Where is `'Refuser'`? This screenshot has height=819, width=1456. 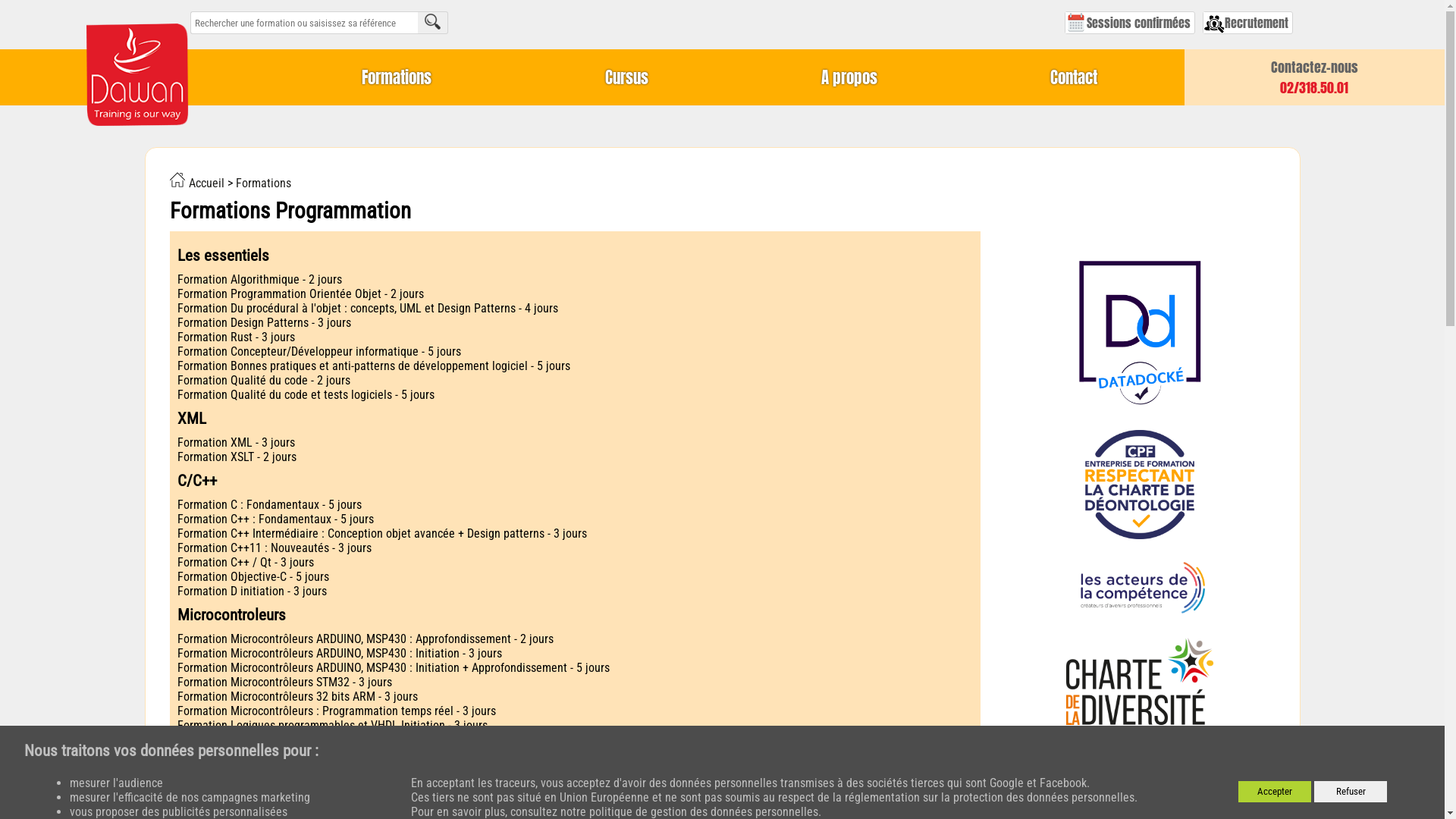 'Refuser' is located at coordinates (1350, 791).